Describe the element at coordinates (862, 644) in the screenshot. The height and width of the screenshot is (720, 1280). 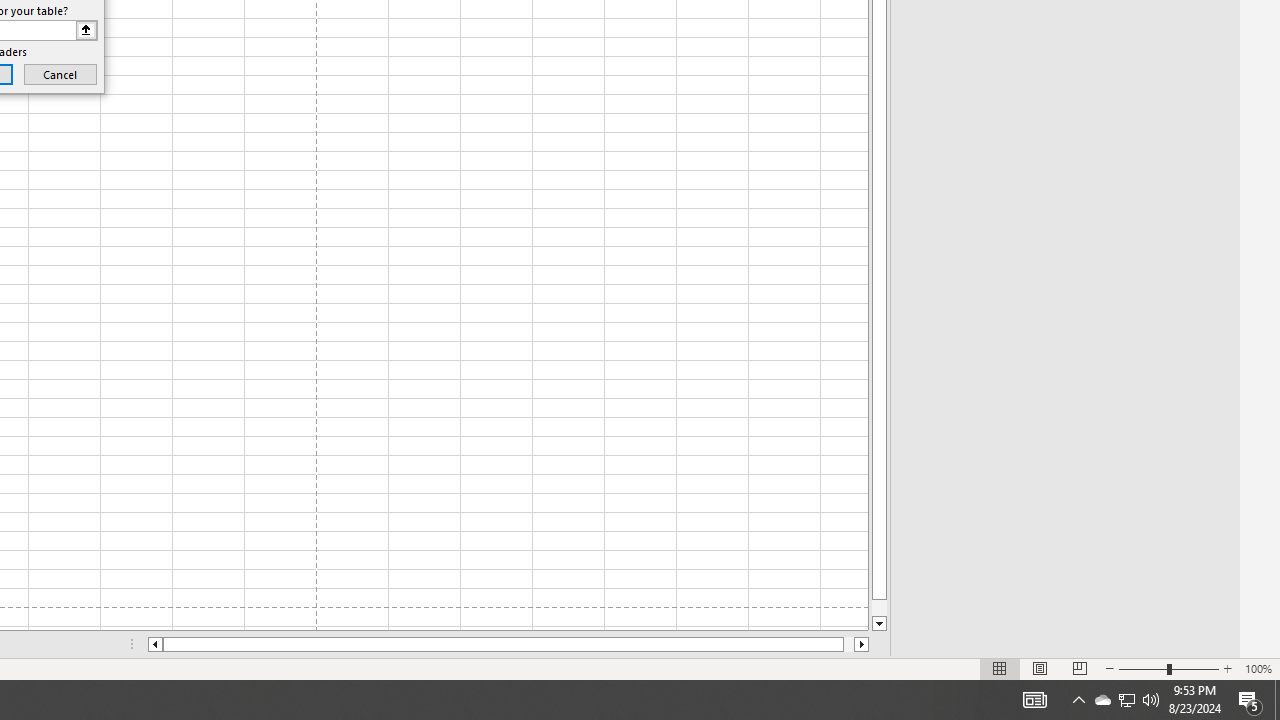
I see `'Column right'` at that location.